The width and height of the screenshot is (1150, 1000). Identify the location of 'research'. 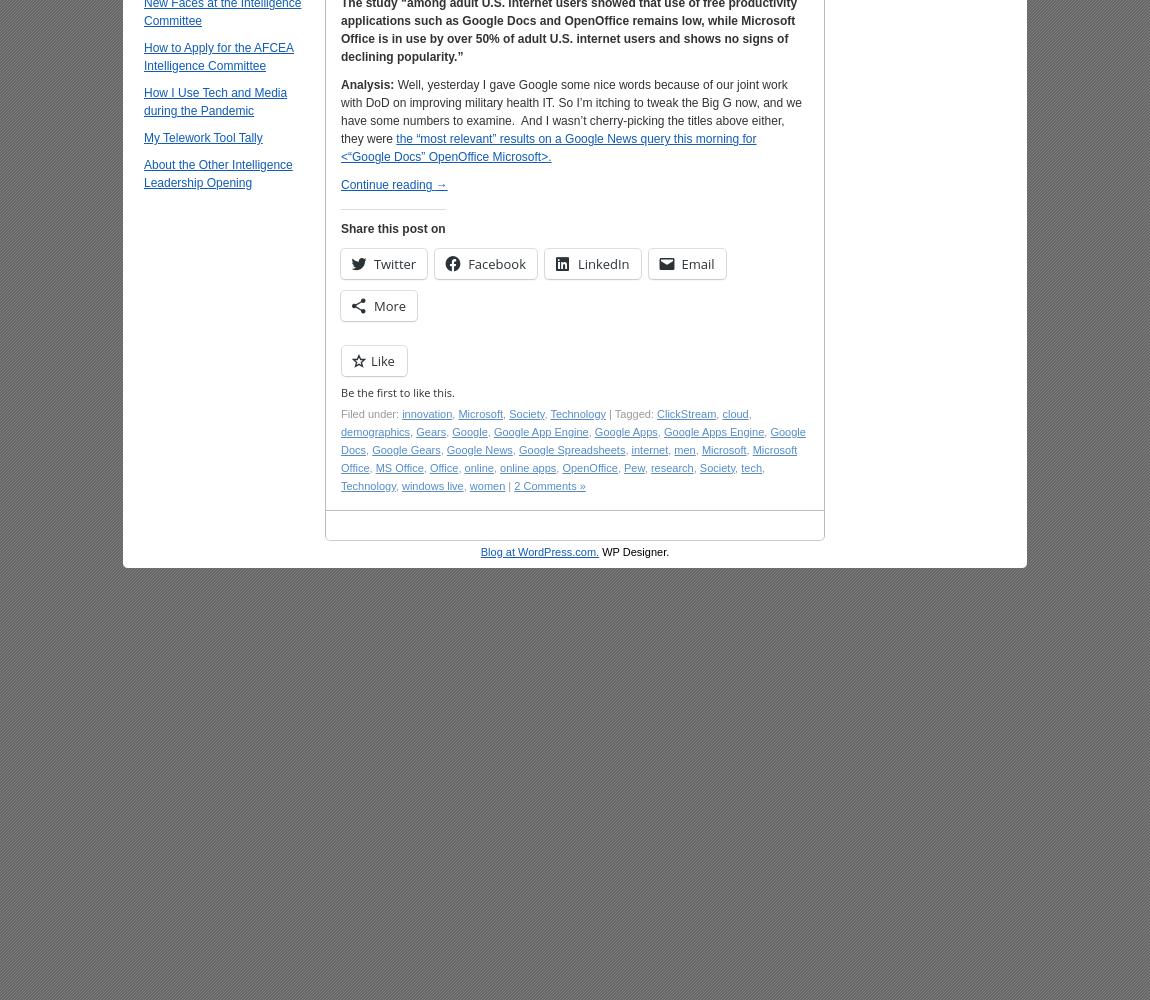
(648, 466).